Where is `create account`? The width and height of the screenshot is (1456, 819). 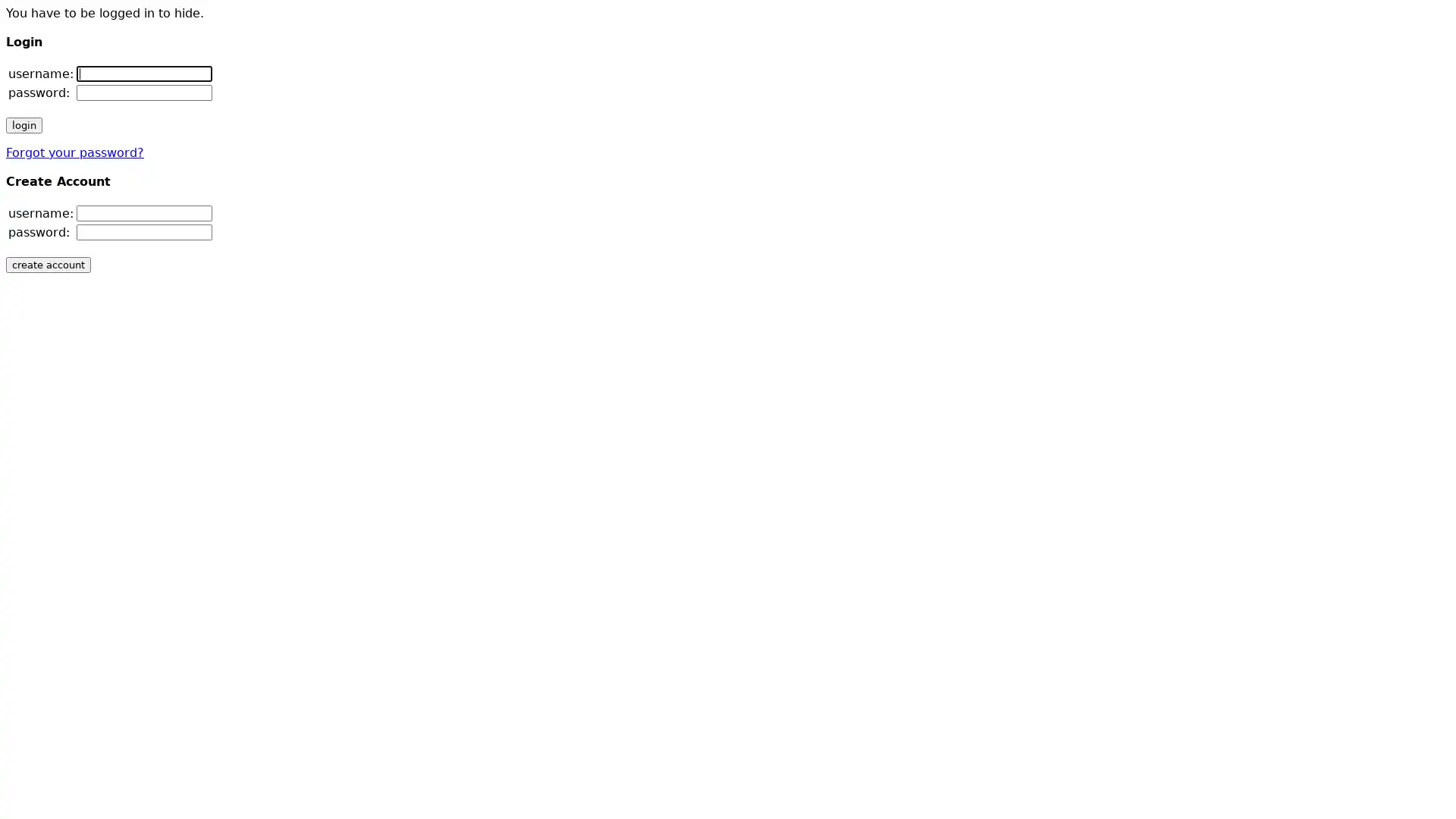 create account is located at coordinates (48, 264).